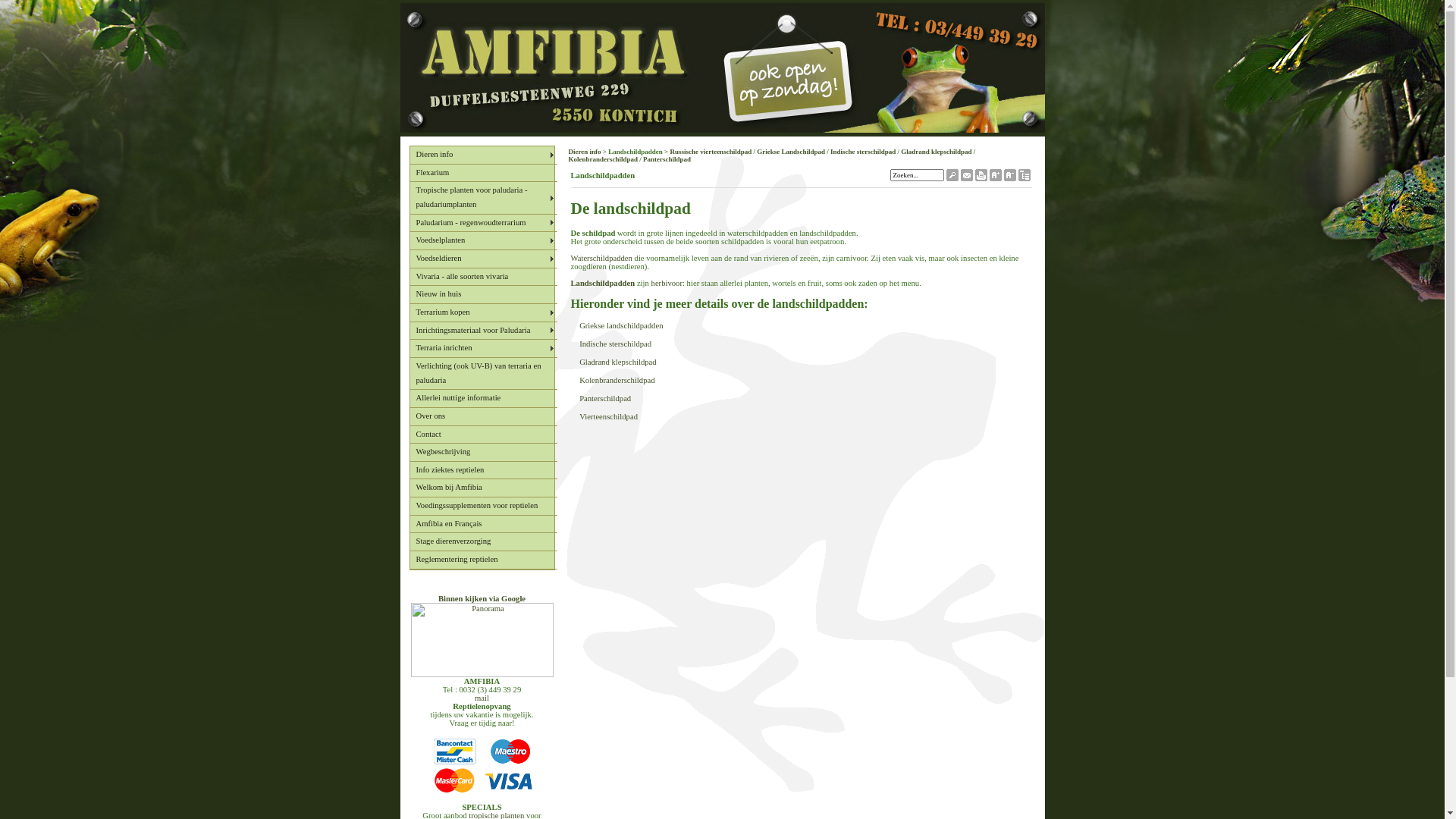 The width and height of the screenshot is (1456, 819). I want to click on 'Contact', so click(482, 435).